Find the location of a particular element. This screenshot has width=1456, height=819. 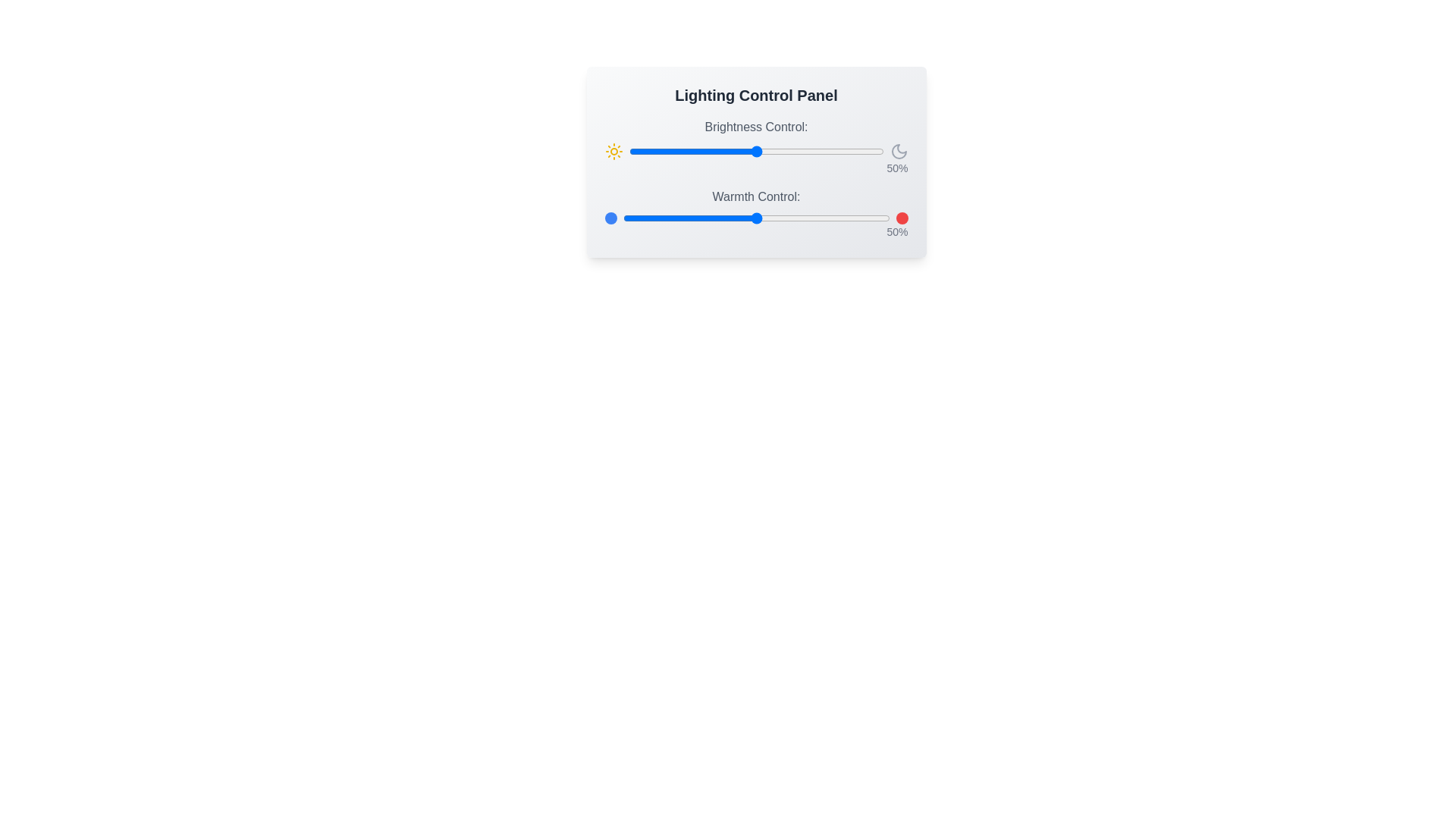

the small circular red button located at the end of the second slider in the 'Warmth Control' section is located at coordinates (902, 218).